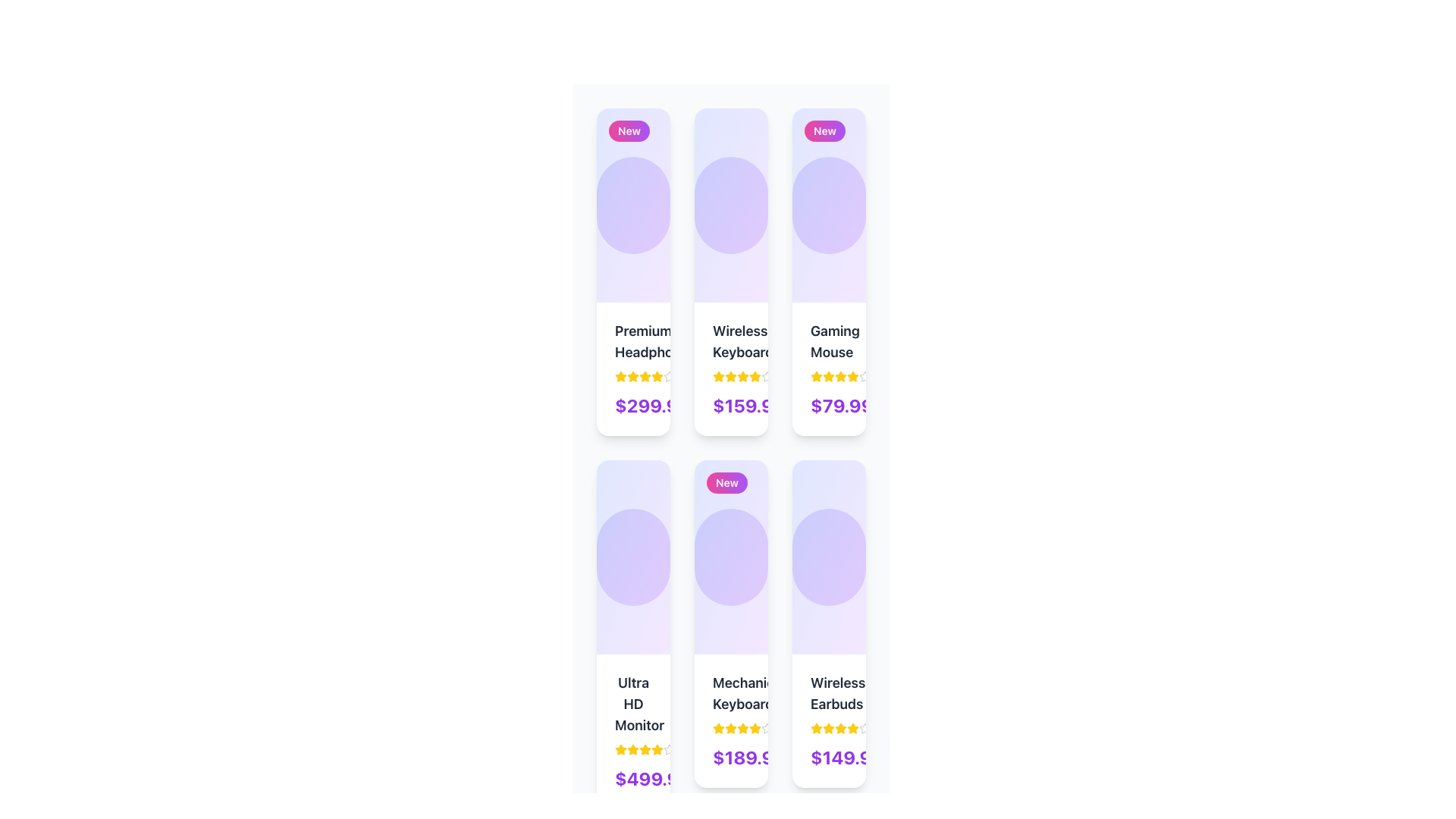  I want to click on the vibrant yellow star icon in the 5-star rating group located below 'Wireless Keyboard' to interact with it, so click(717, 375).